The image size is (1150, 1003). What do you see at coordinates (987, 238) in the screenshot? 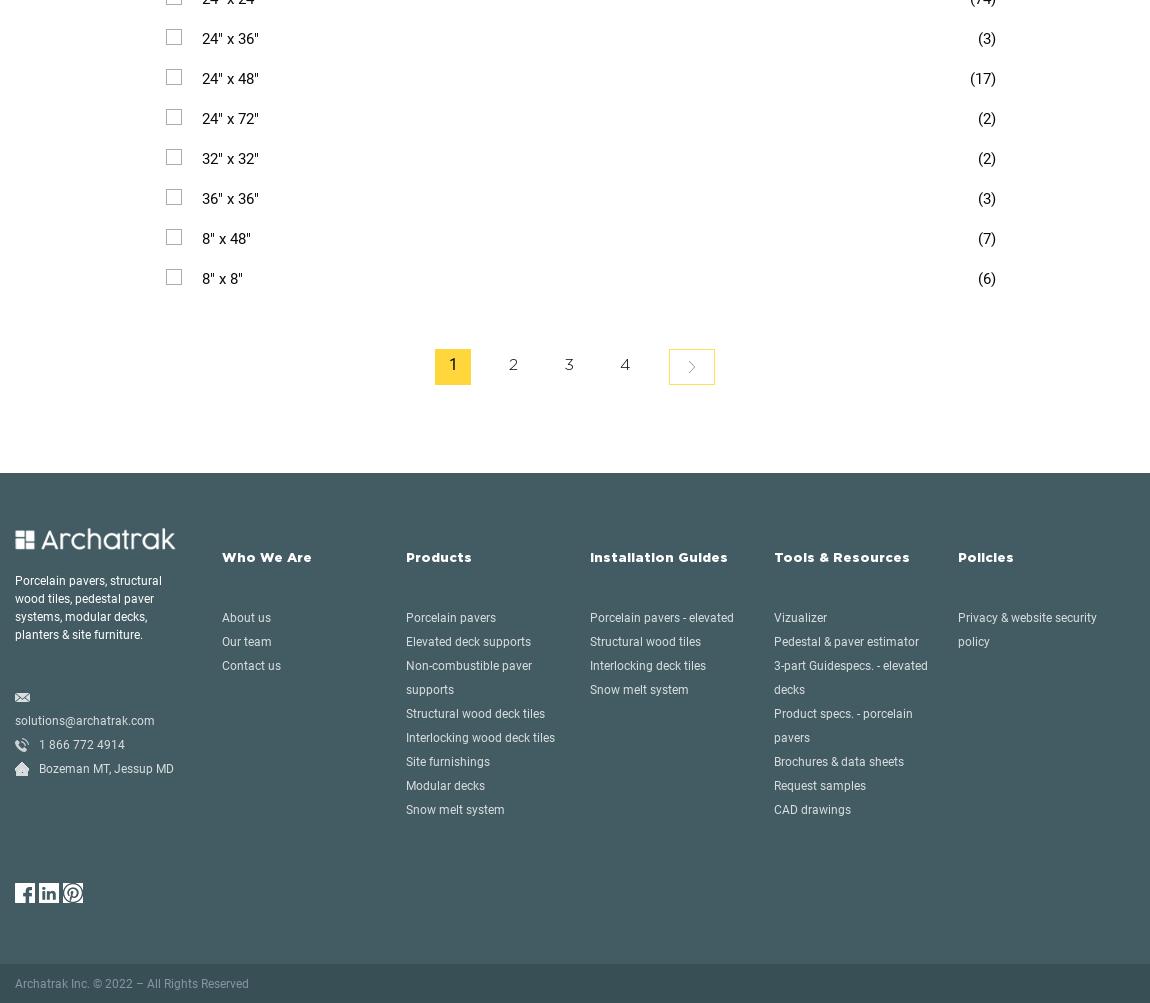
I see `'(7)'` at bounding box center [987, 238].